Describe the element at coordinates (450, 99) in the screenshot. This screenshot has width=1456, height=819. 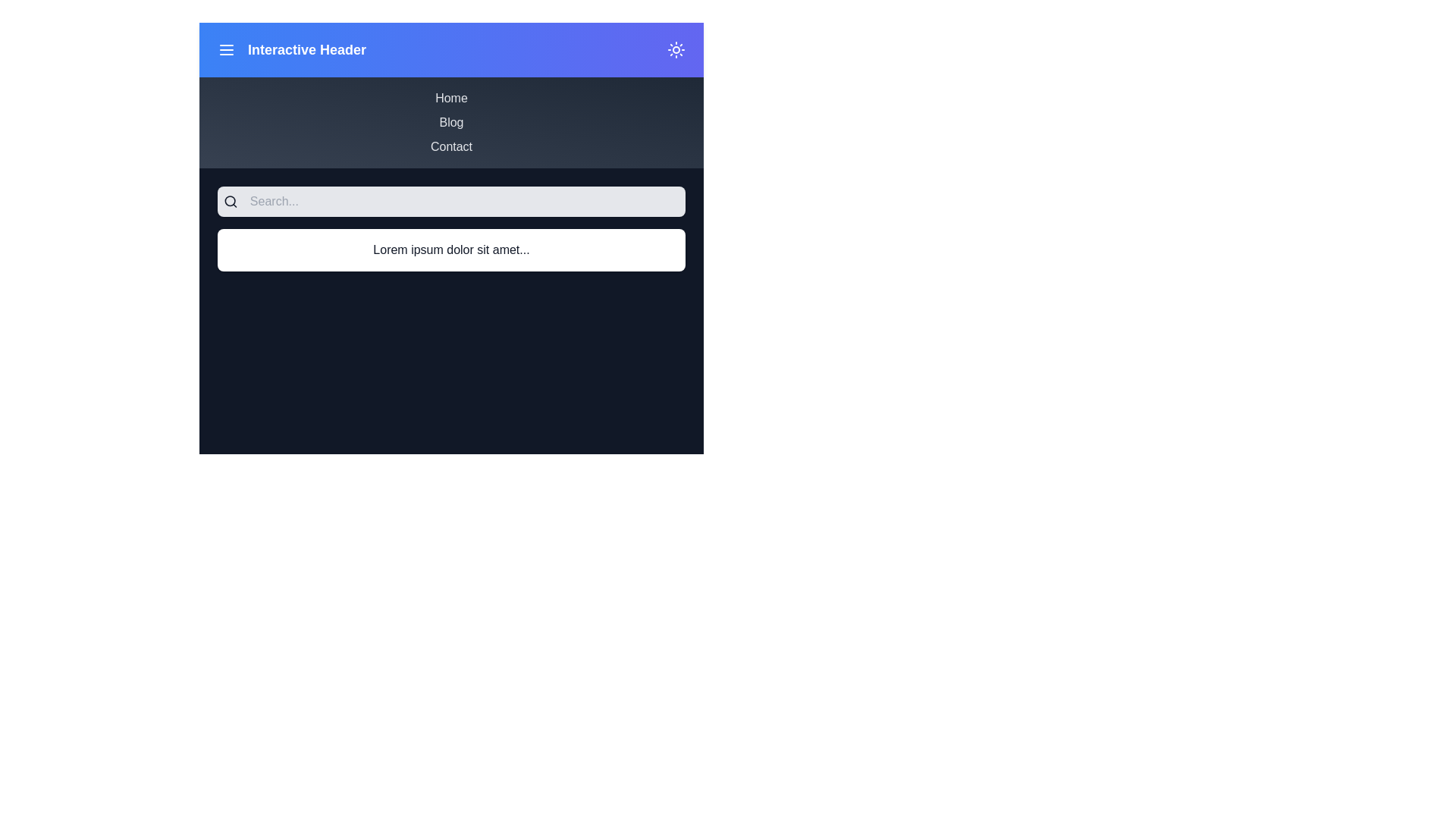
I see `the menu item Home from the menu` at that location.